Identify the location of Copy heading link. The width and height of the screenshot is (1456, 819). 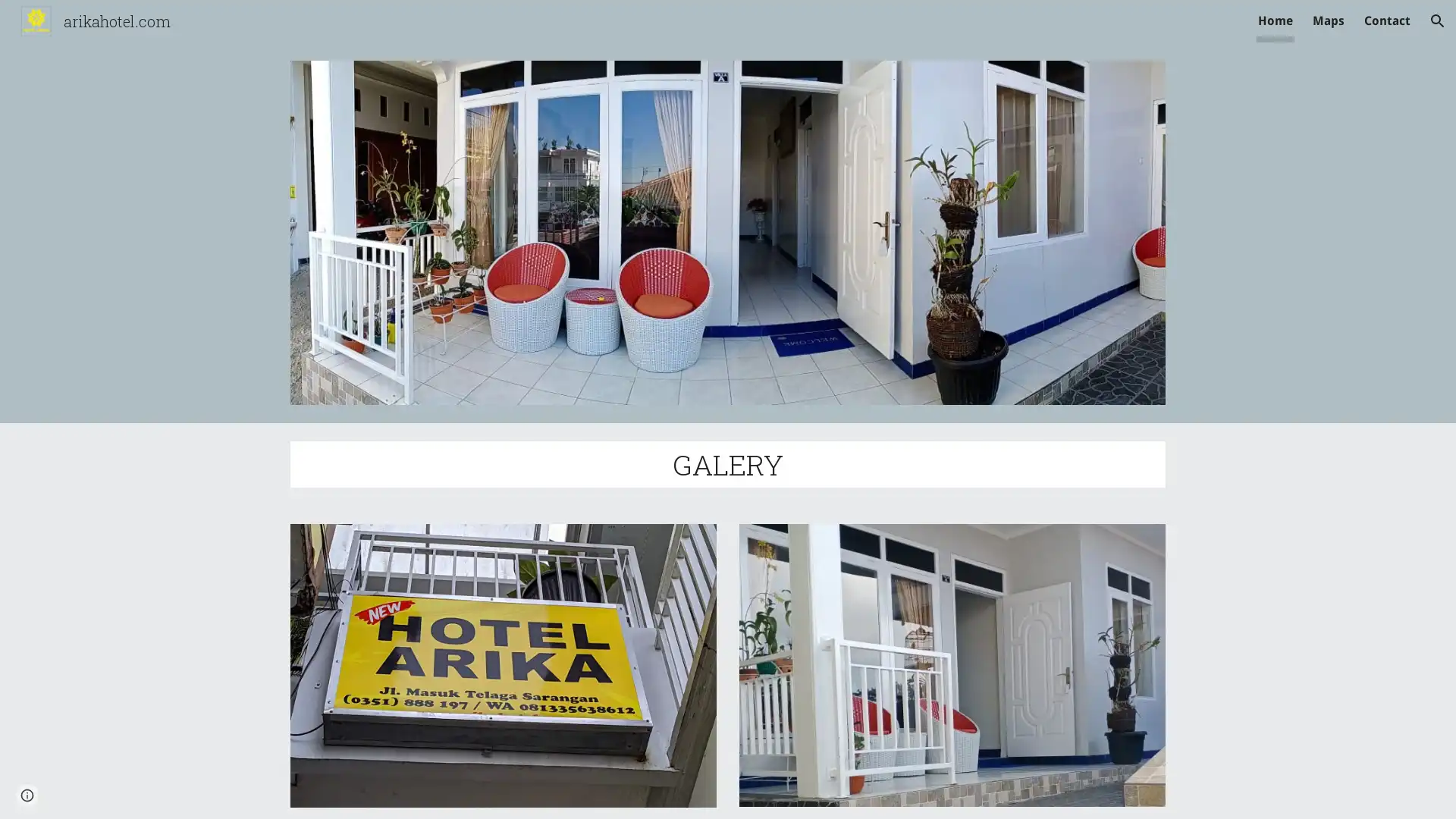
(800, 463).